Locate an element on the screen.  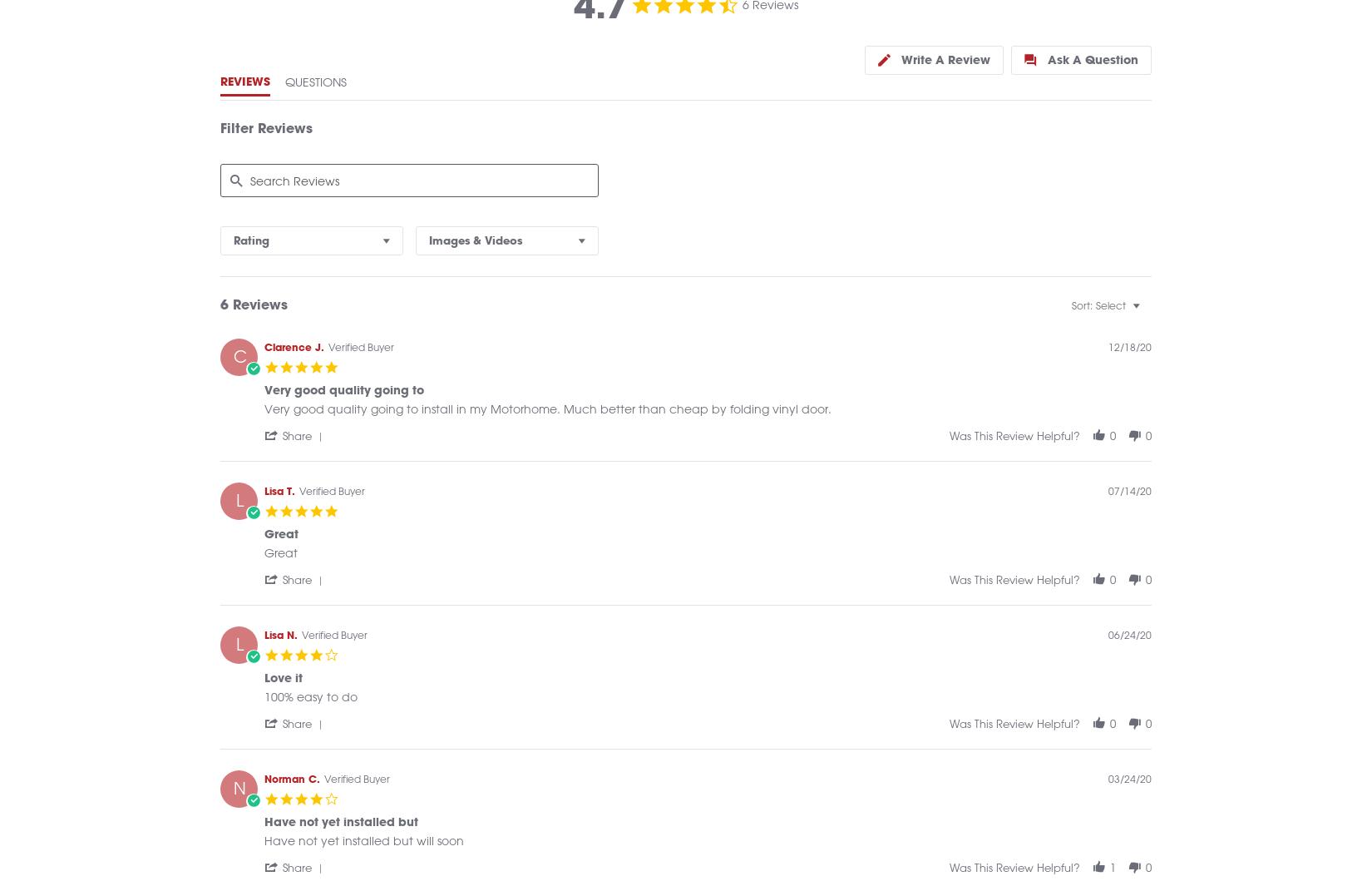
'Write A Review' is located at coordinates (945, 78).